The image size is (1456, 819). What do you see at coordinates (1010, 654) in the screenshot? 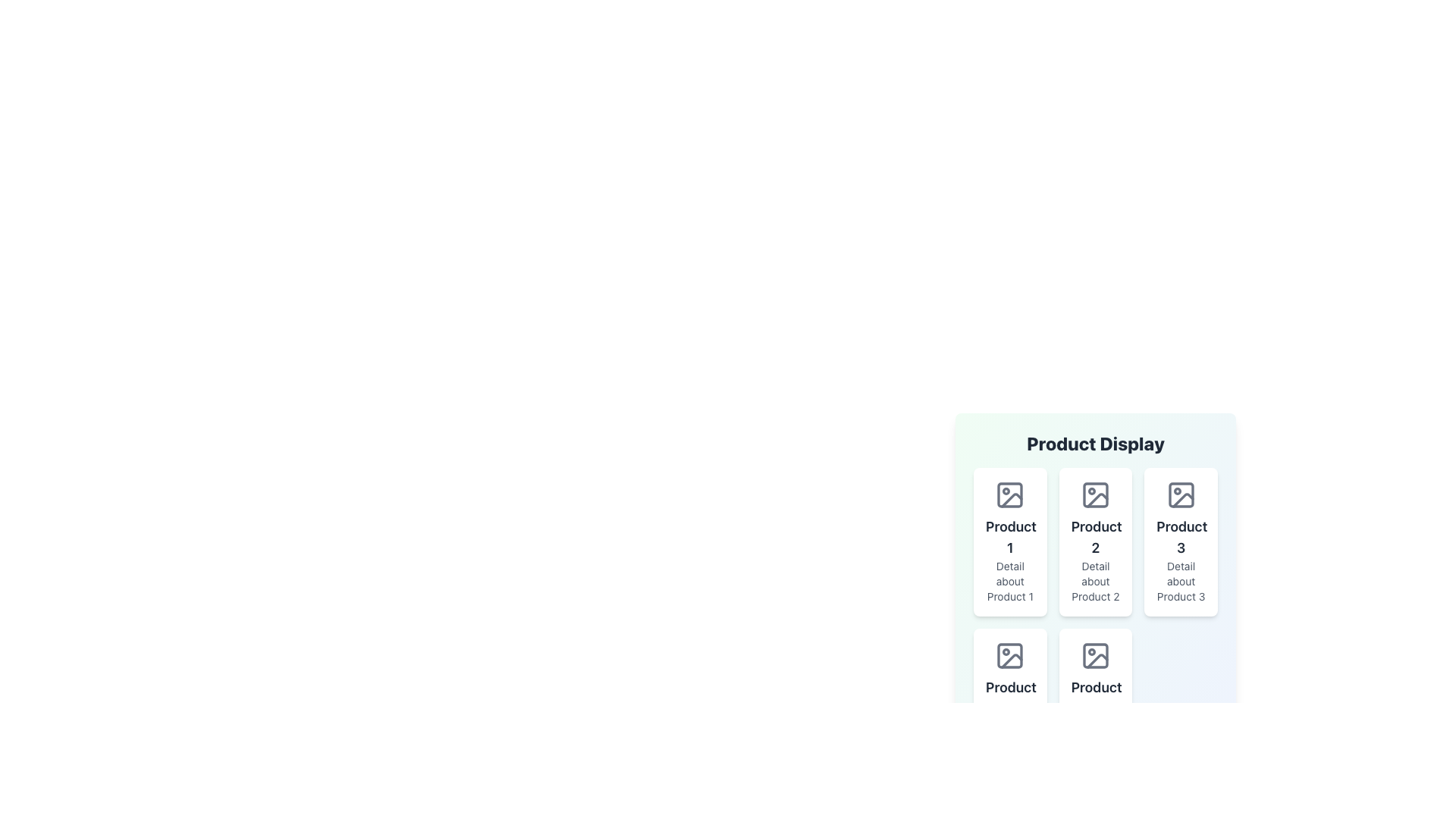
I see `the icon representing 'Product 4', which is located at the top center of the product card` at bounding box center [1010, 654].